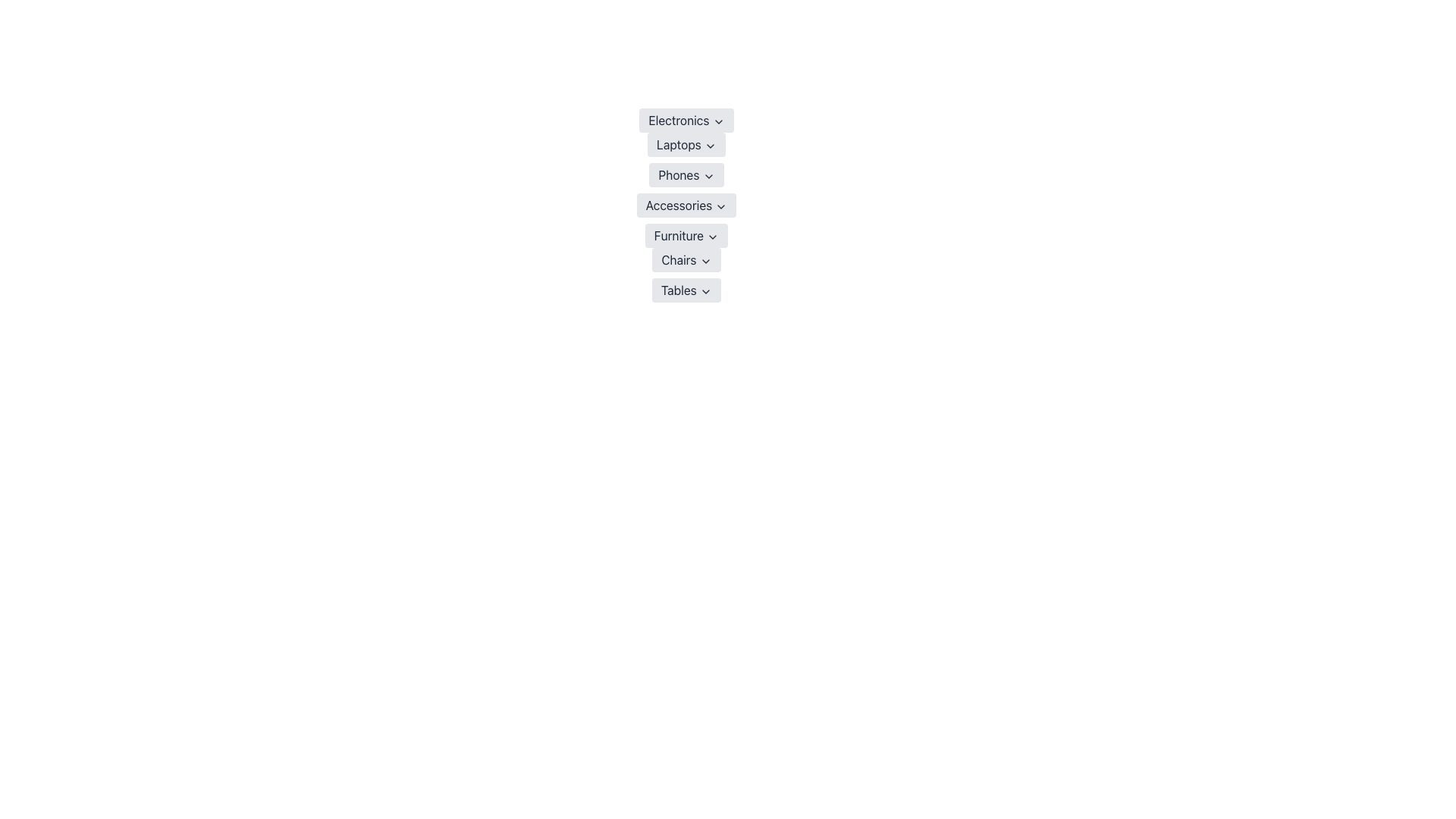 The height and width of the screenshot is (819, 1456). What do you see at coordinates (686, 290) in the screenshot?
I see `the 'Tables' dropdown trigger button, which has a light gray background and dark gray text` at bounding box center [686, 290].